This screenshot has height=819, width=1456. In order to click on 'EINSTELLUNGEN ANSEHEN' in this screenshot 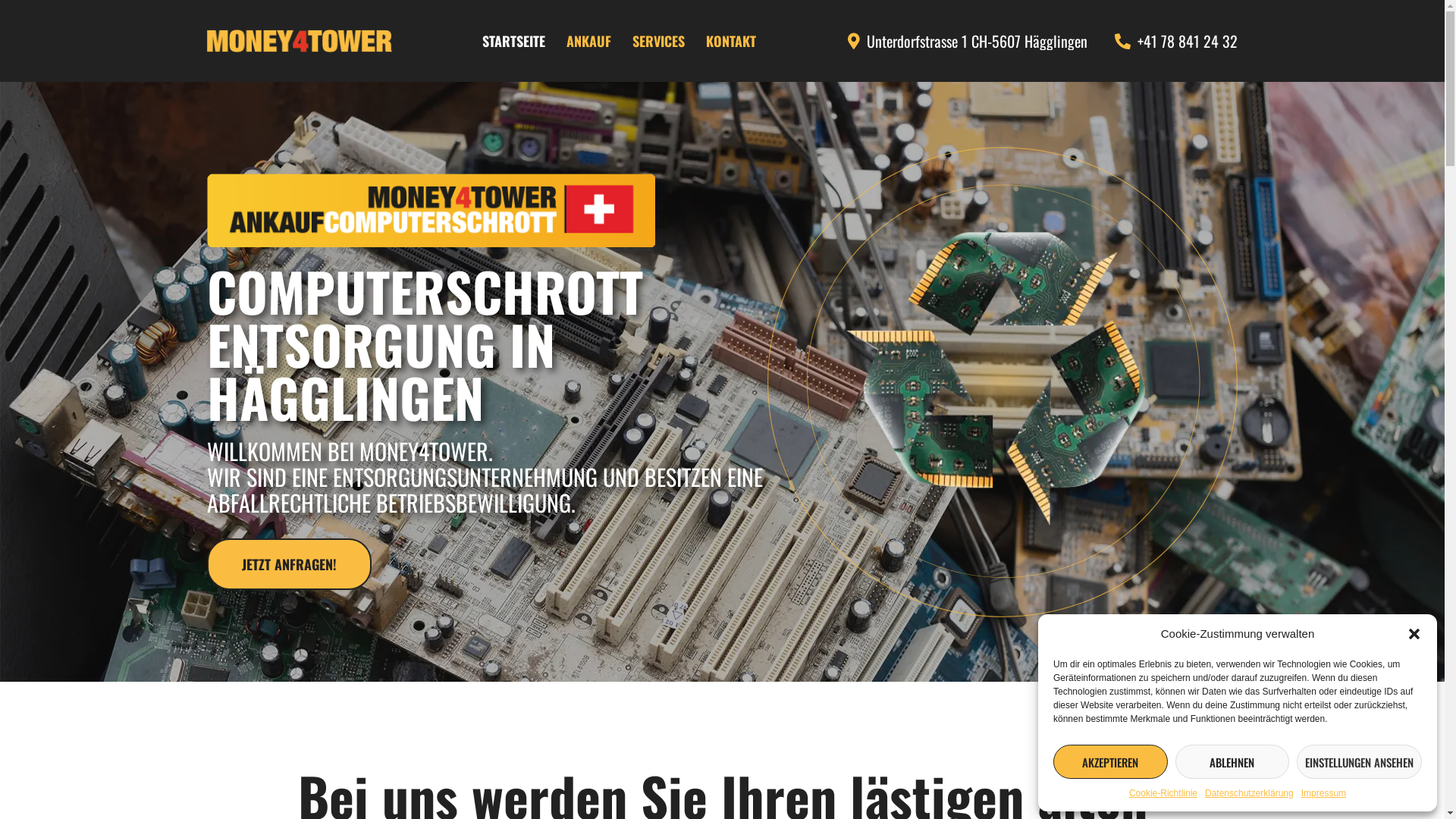, I will do `click(1295, 761)`.